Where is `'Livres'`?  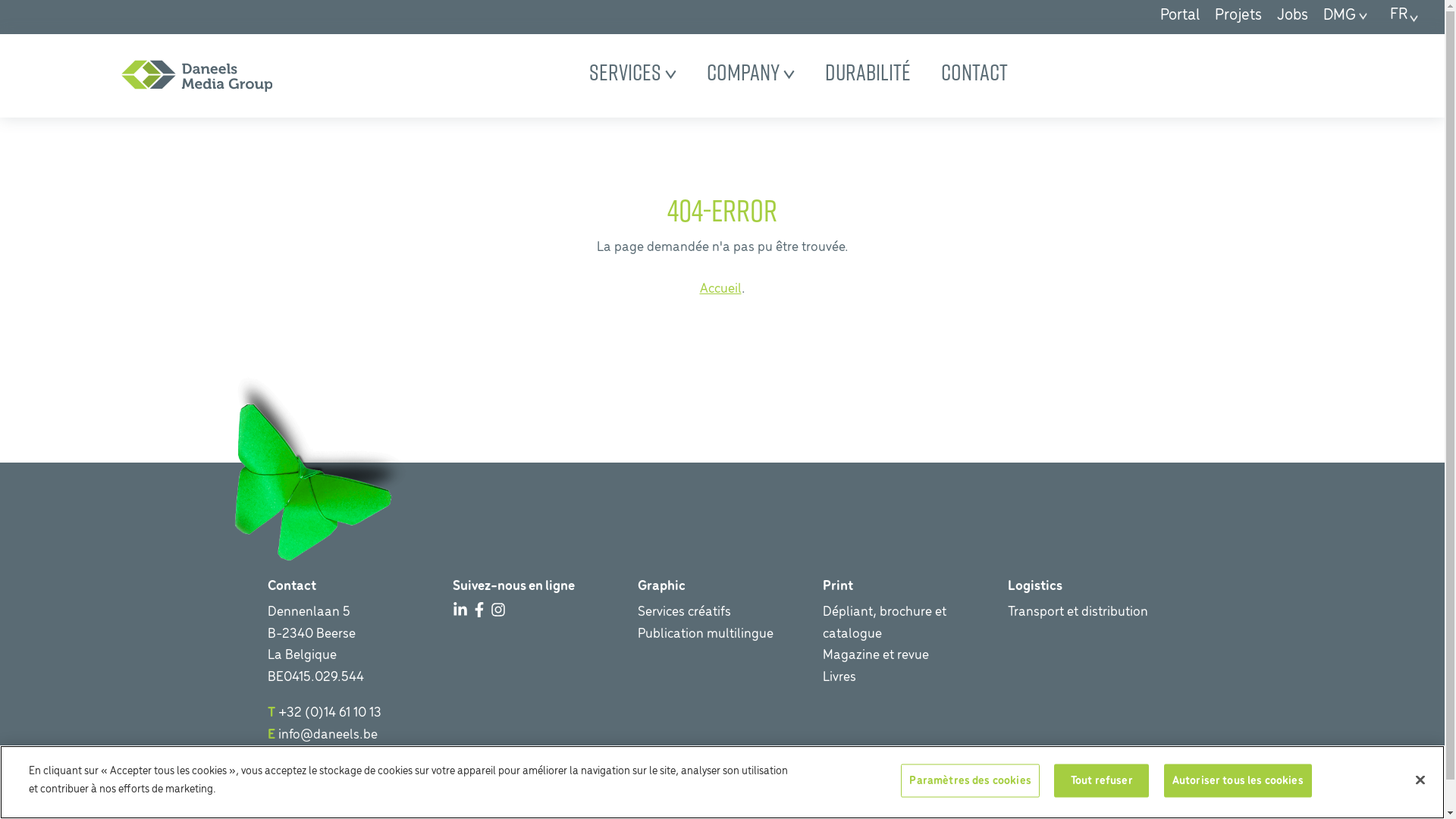
'Livres' is located at coordinates (837, 676).